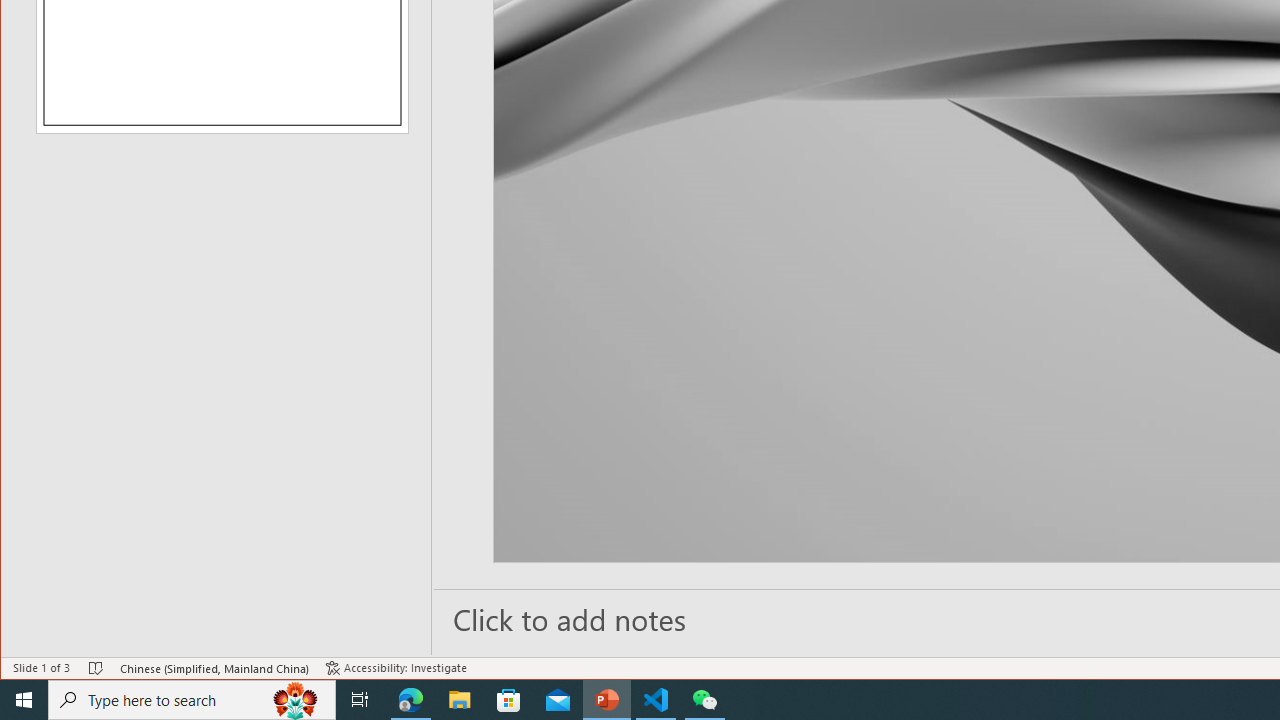 The width and height of the screenshot is (1280, 720). Describe the element at coordinates (656, 698) in the screenshot. I see `'Visual Studio Code - 1 running window'` at that location.